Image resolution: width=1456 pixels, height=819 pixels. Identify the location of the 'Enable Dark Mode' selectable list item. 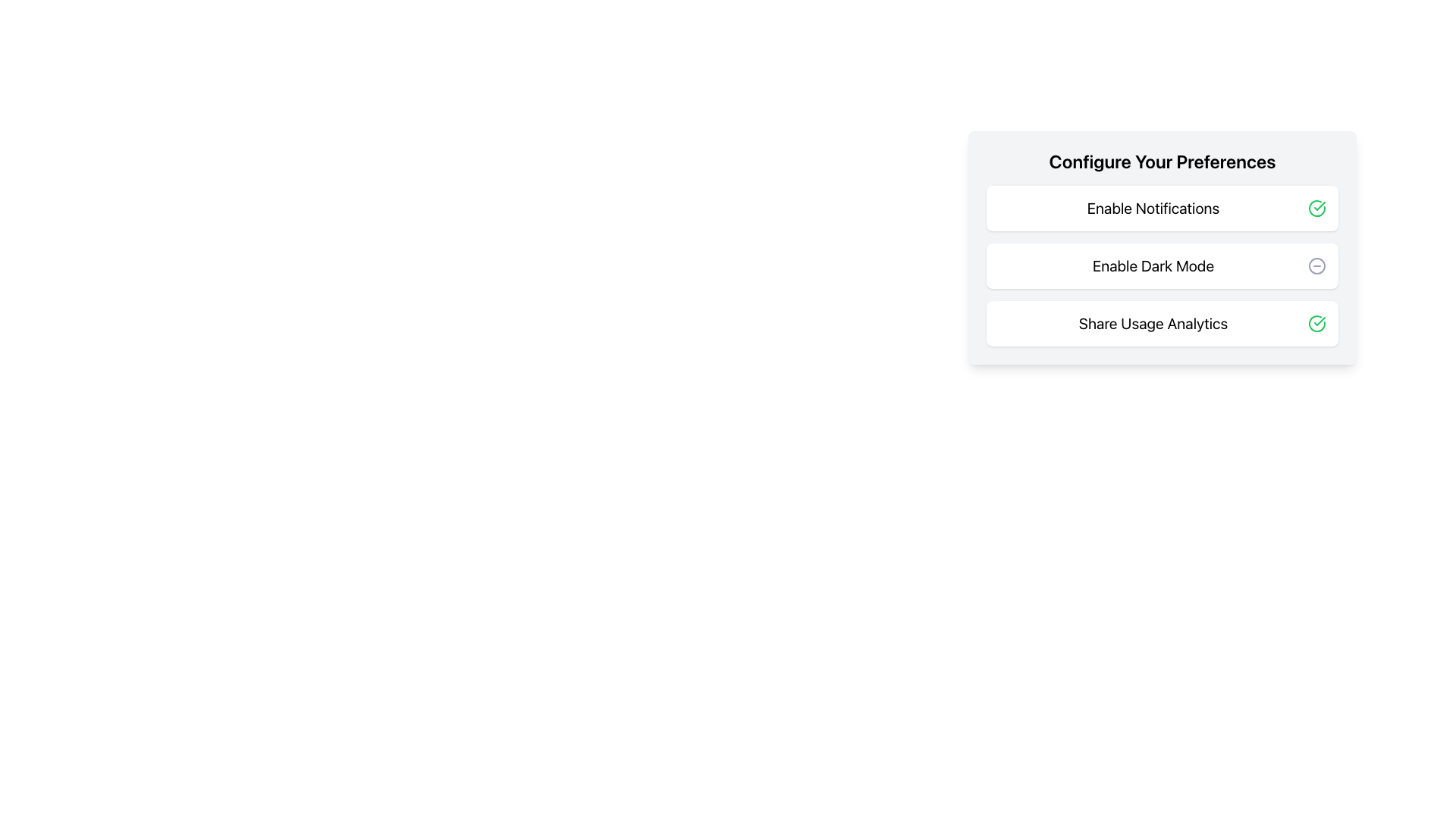
(1161, 265).